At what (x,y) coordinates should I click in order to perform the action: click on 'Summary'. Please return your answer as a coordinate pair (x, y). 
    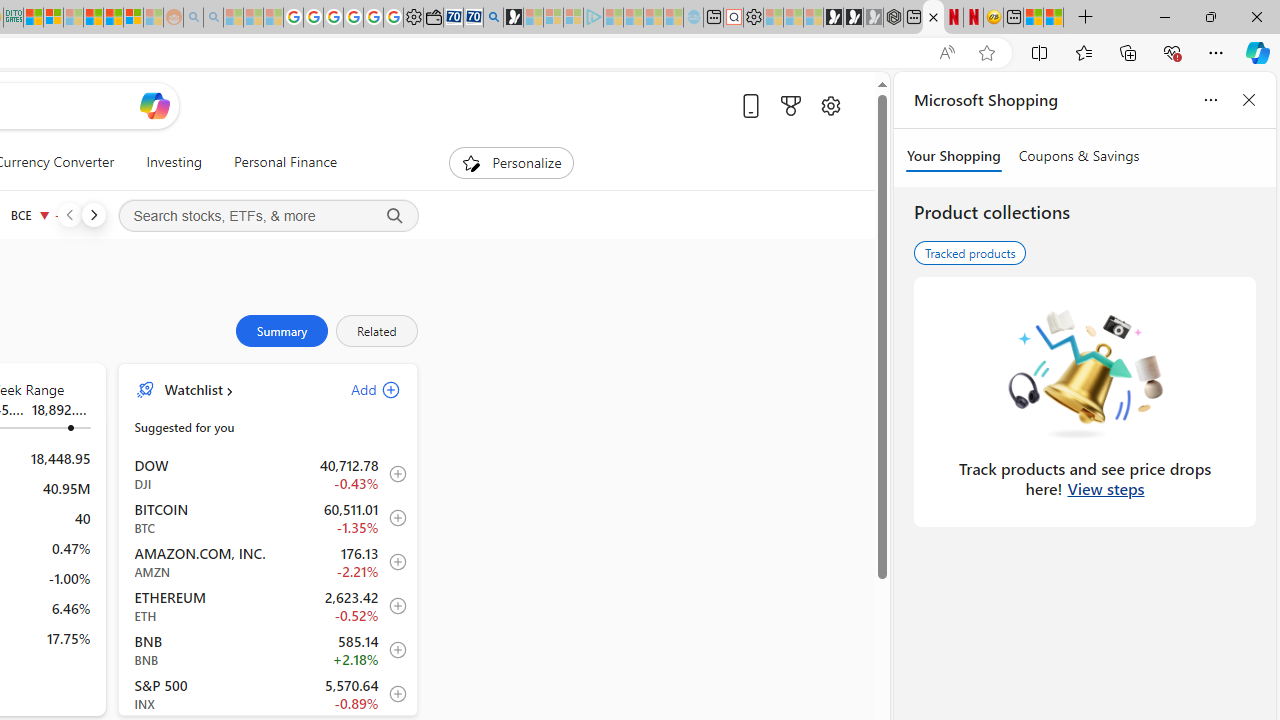
    Looking at the image, I should click on (280, 330).